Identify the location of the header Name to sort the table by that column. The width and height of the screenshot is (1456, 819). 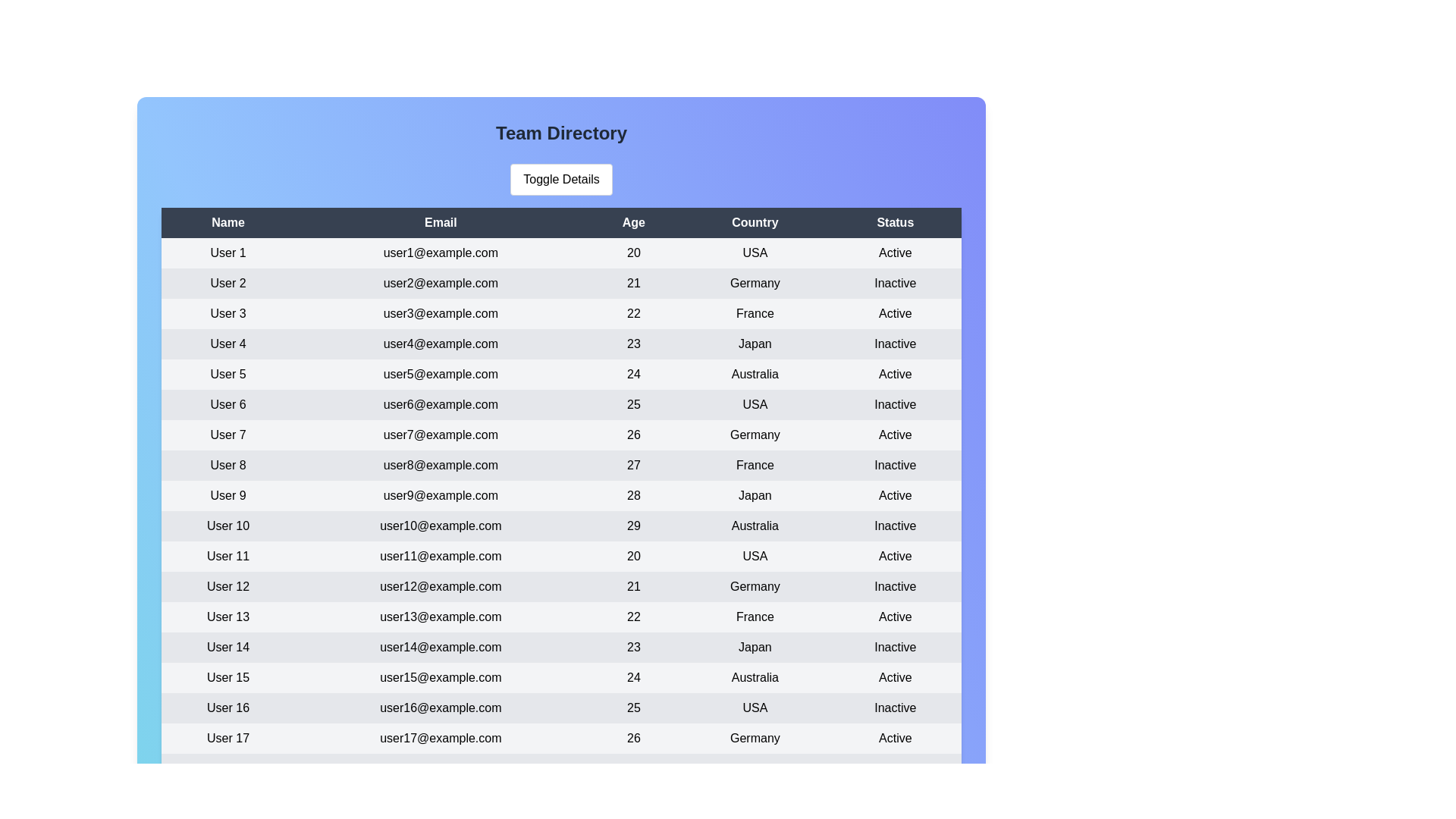
(227, 222).